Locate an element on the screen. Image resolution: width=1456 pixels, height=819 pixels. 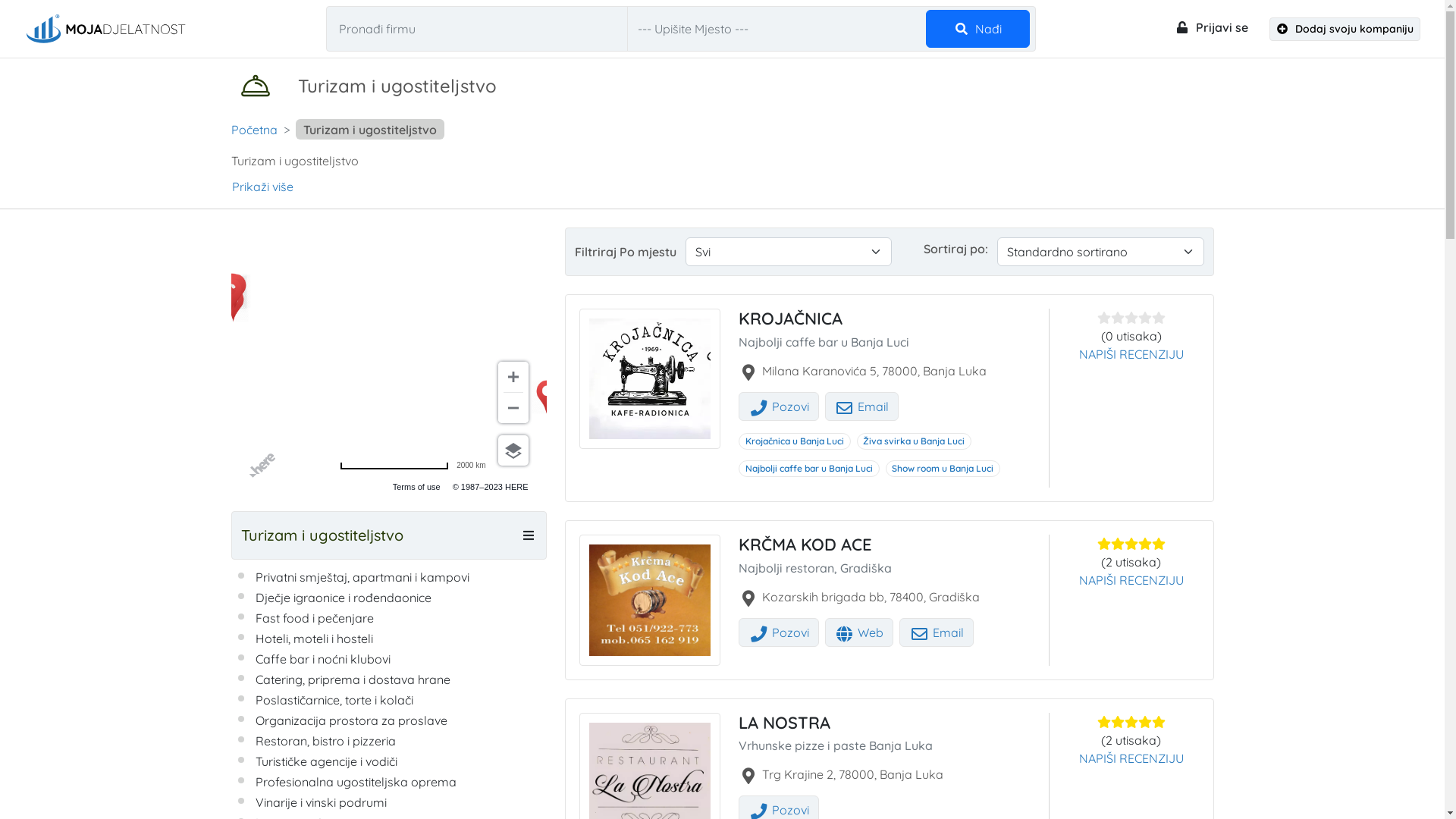
'Dodaj svoju kompaniju' is located at coordinates (1269, 28).